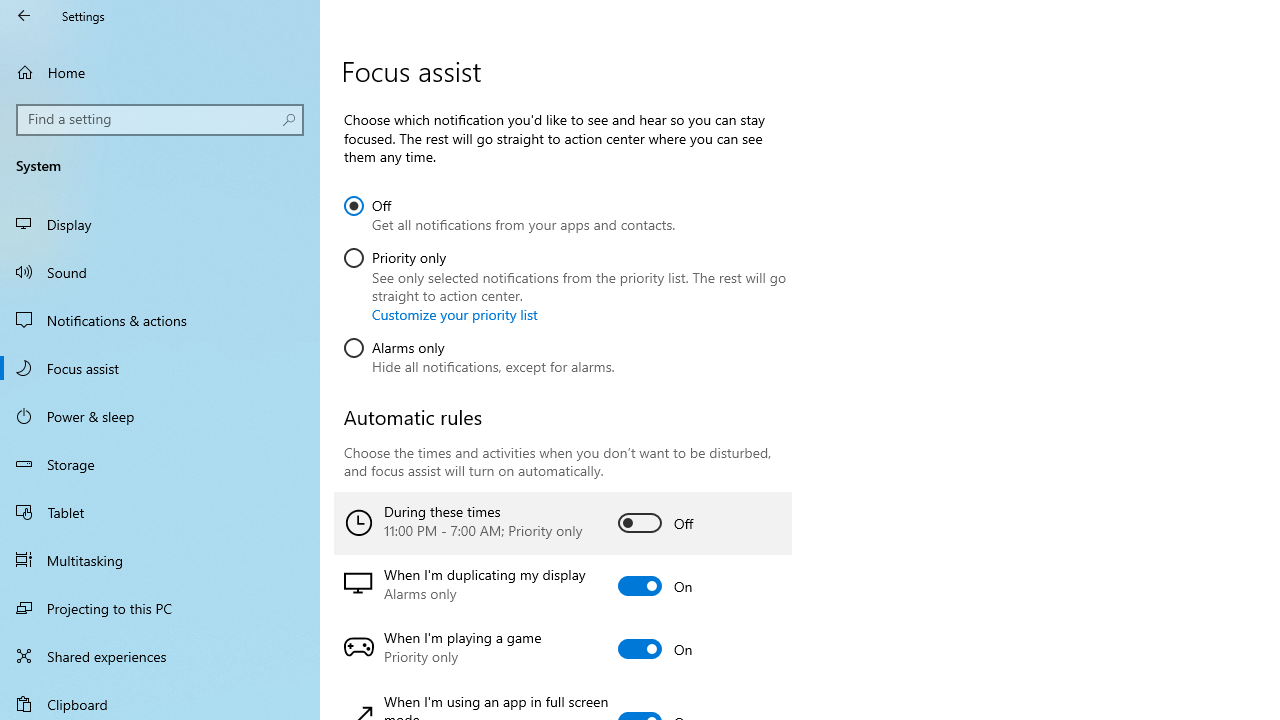  I want to click on 'Search box, Find a setting', so click(160, 119).